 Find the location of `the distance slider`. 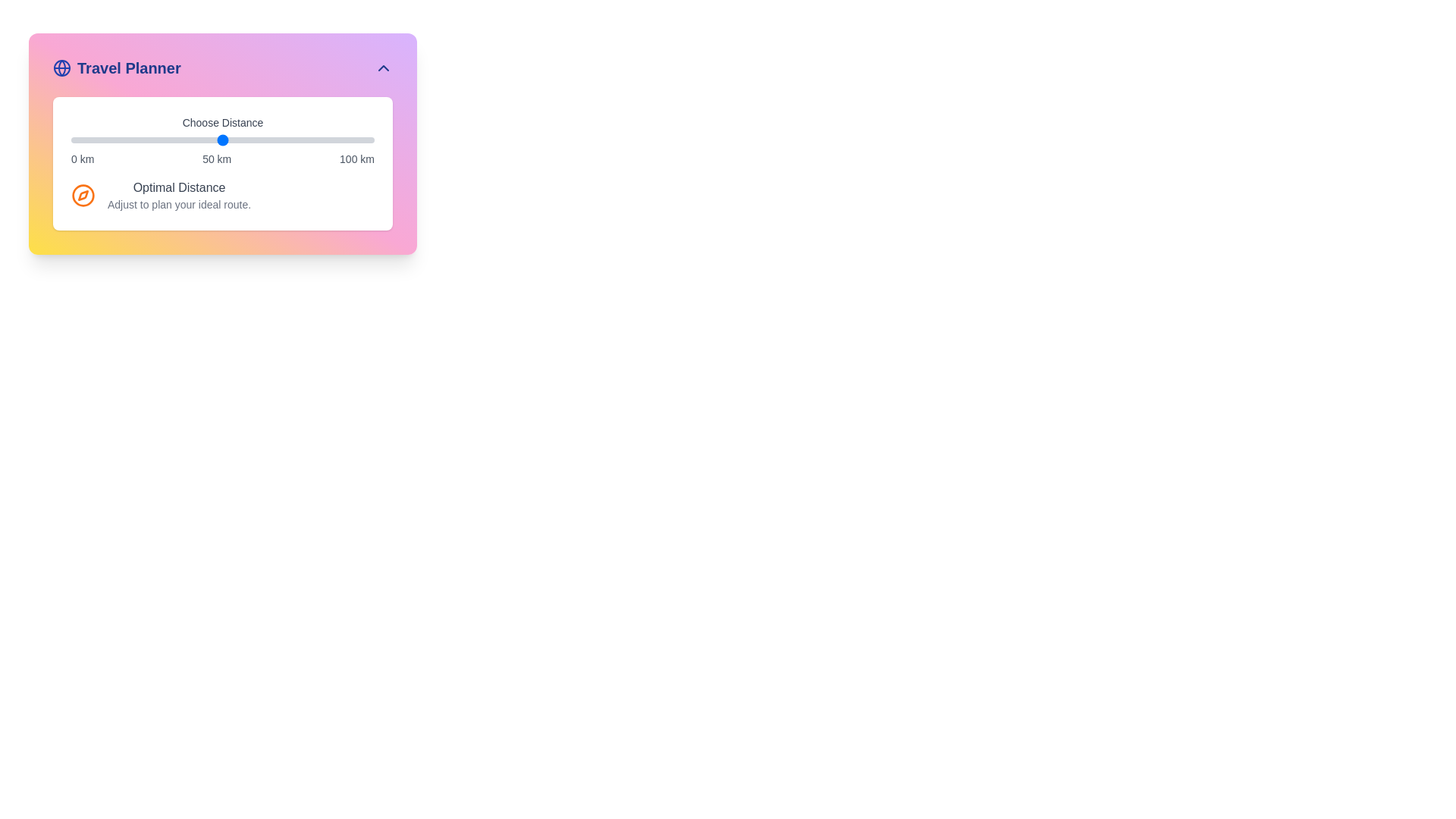

the distance slider is located at coordinates (101, 140).